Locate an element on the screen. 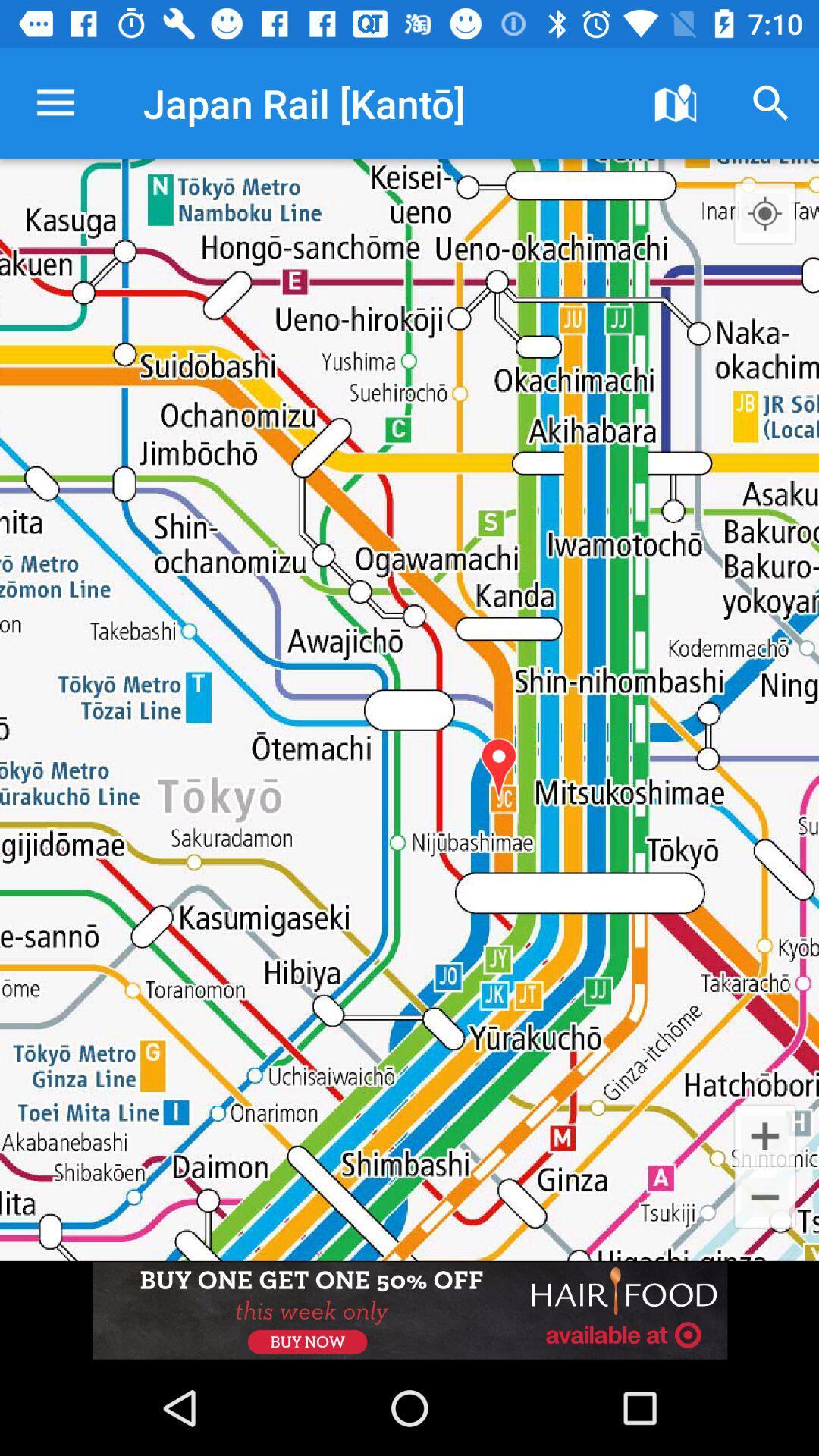  the add icon is located at coordinates (764, 1135).